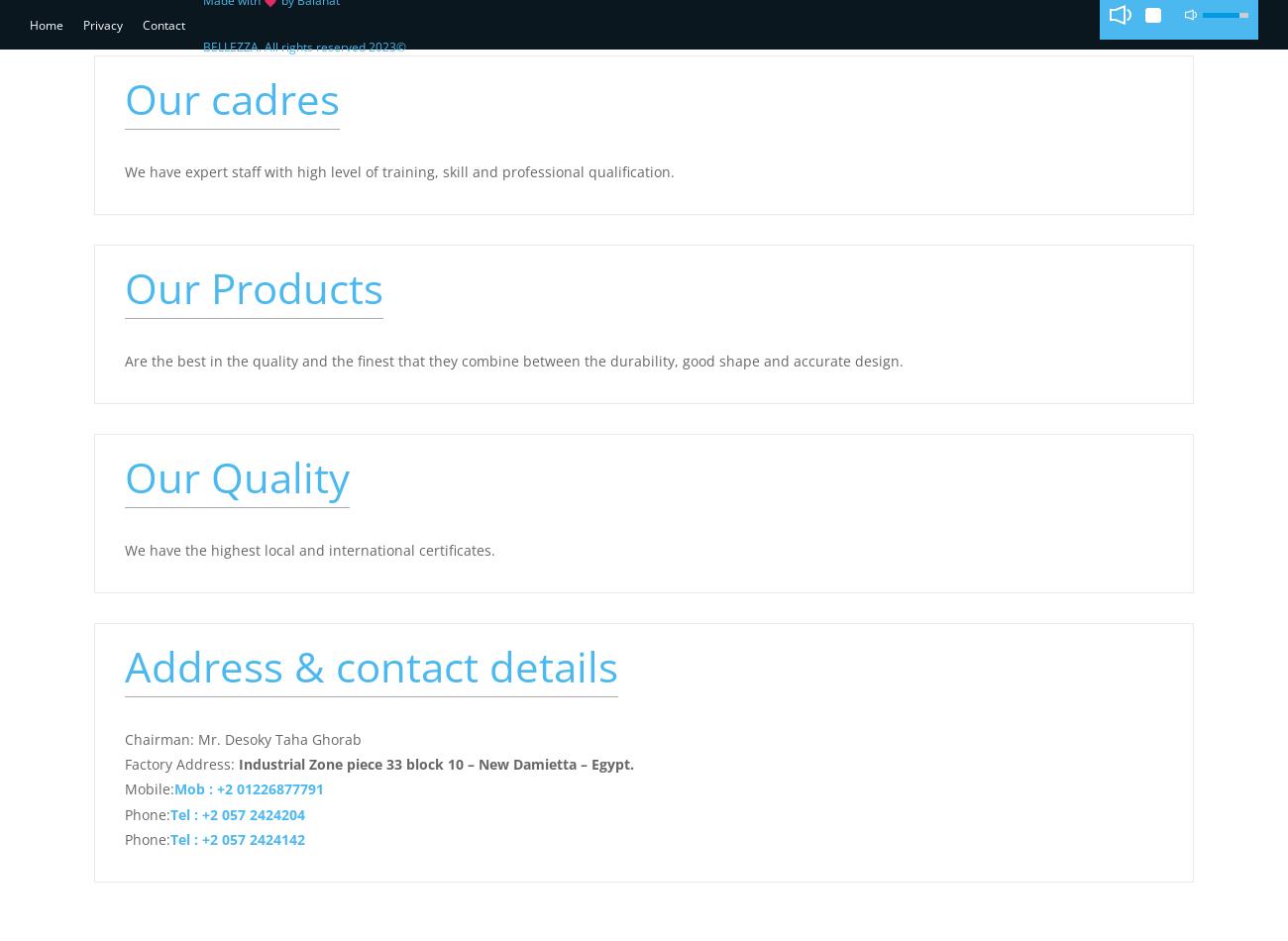 This screenshot has height=941, width=1288. Describe the element at coordinates (123, 285) in the screenshot. I see `'Our Products'` at that location.